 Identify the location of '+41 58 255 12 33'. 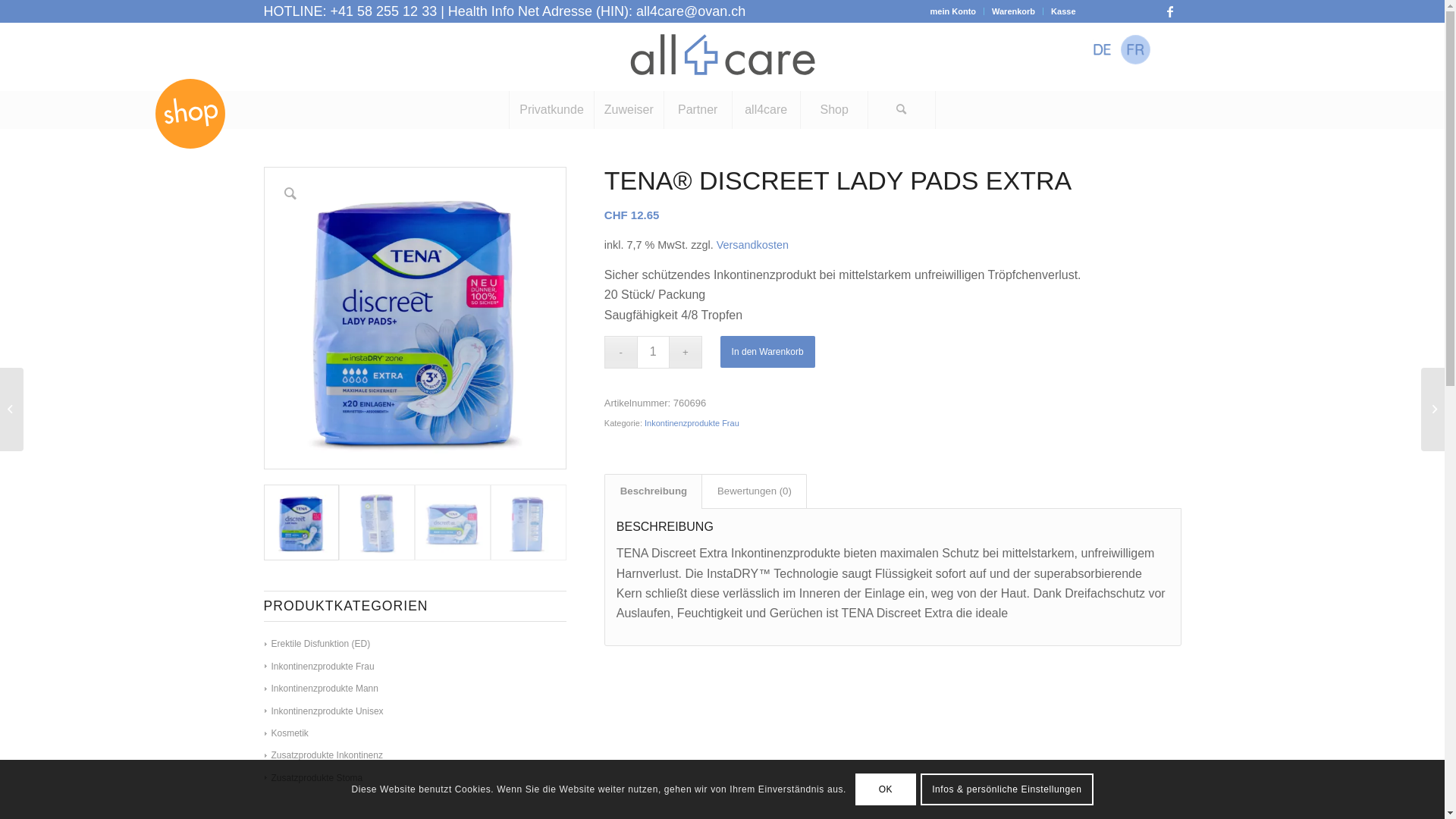
(384, 11).